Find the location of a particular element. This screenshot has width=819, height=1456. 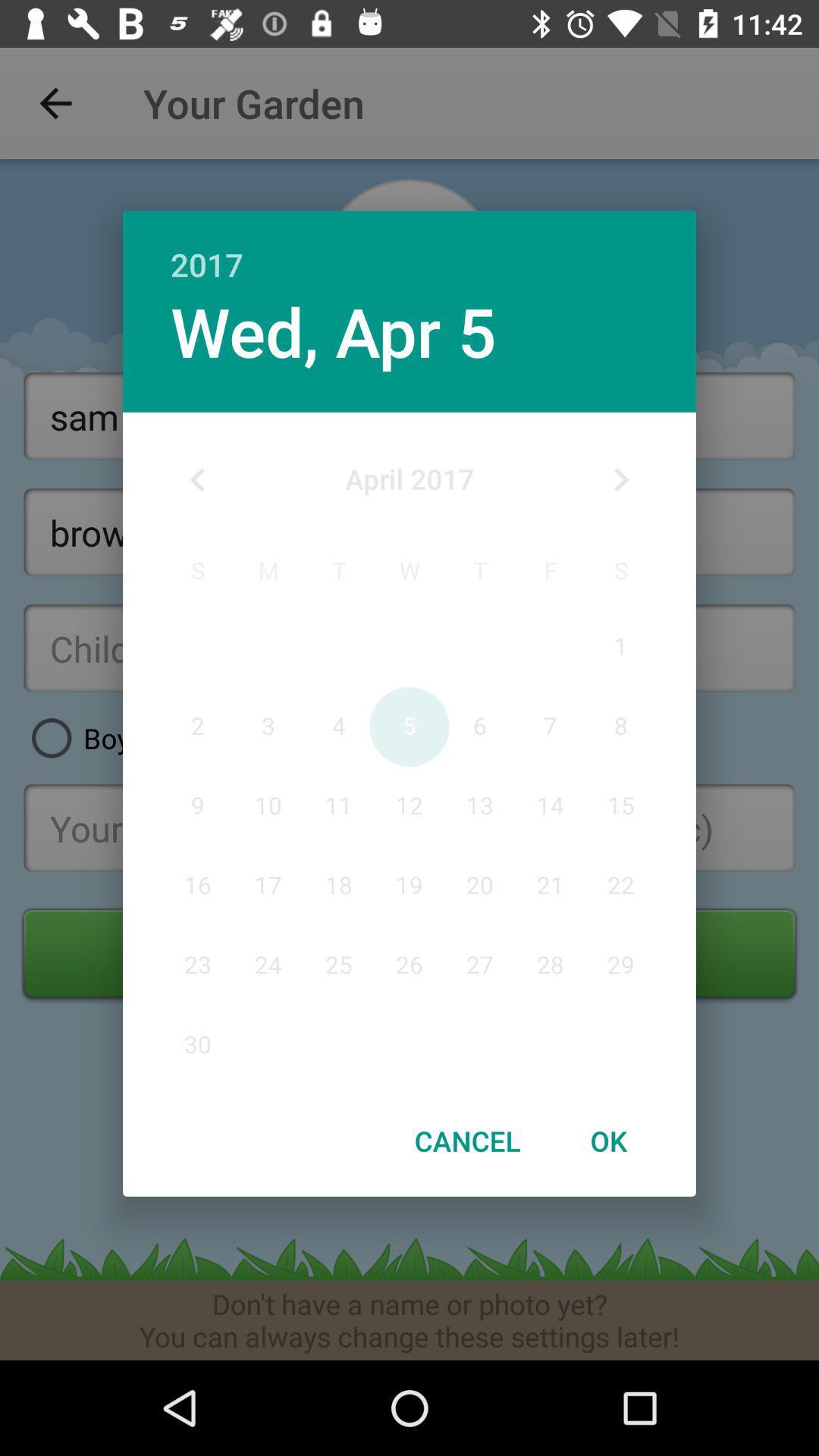

item below the 2017 icon is located at coordinates (620, 479).